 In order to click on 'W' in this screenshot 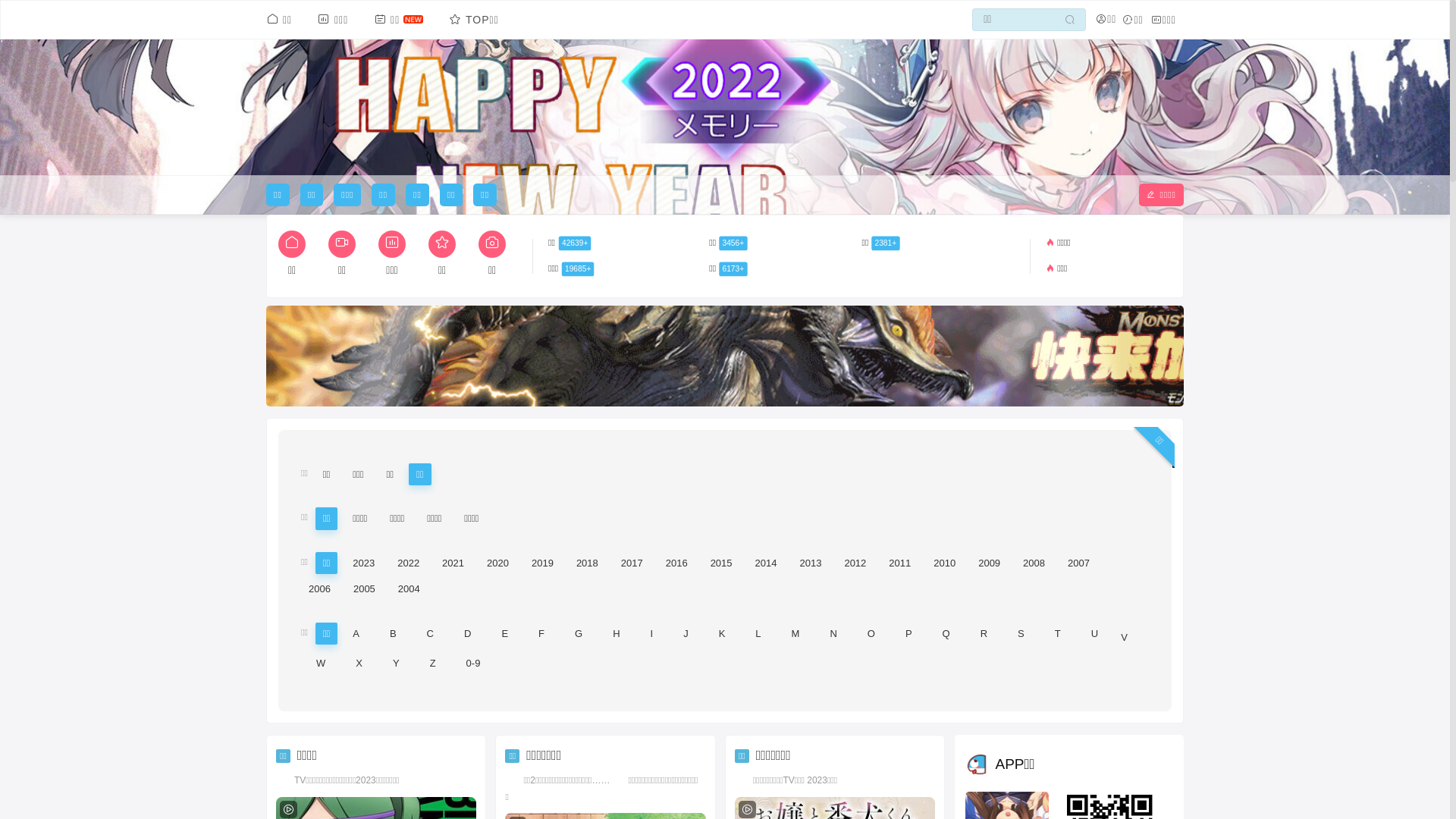, I will do `click(319, 662)`.